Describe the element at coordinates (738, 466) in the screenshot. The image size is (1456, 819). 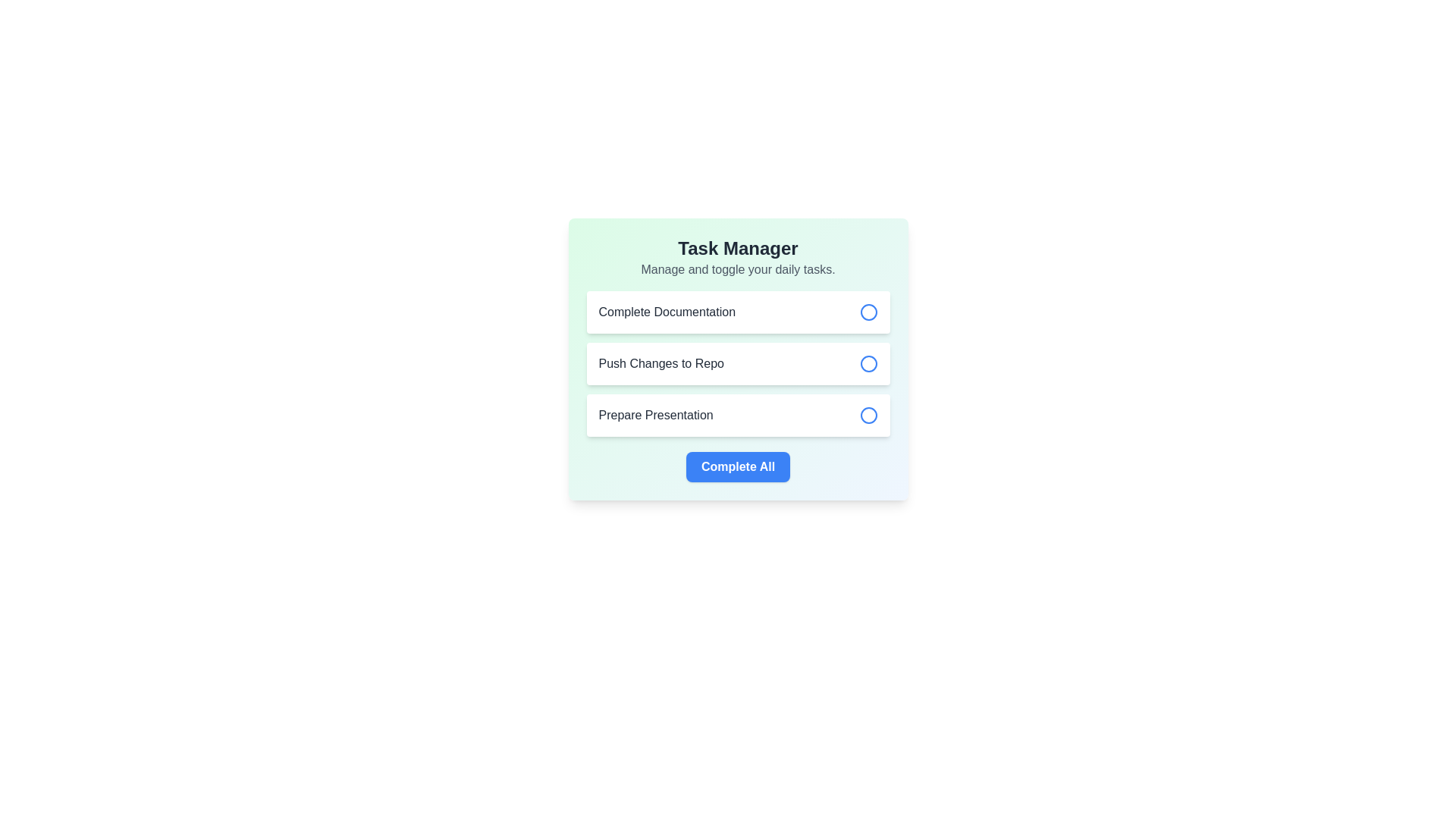
I see `the completion button located at the center of the task management interface to observe the background color change` at that location.